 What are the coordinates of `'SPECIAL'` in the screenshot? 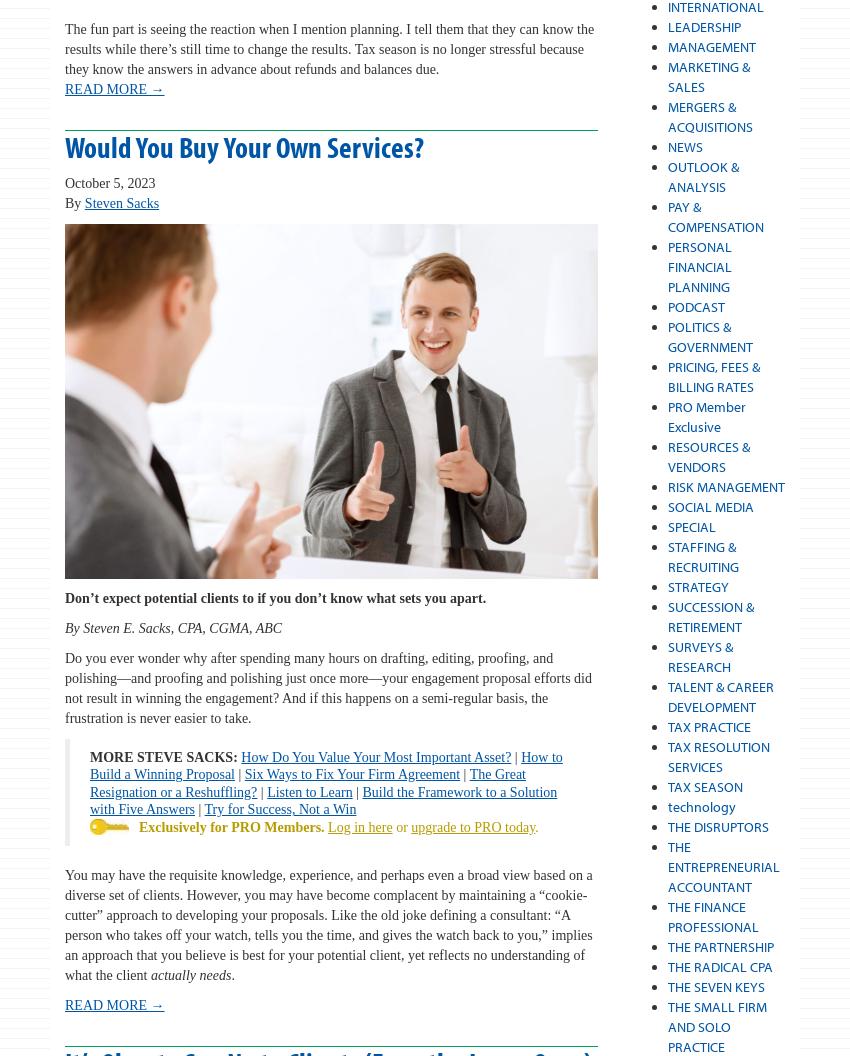 It's located at (689, 526).